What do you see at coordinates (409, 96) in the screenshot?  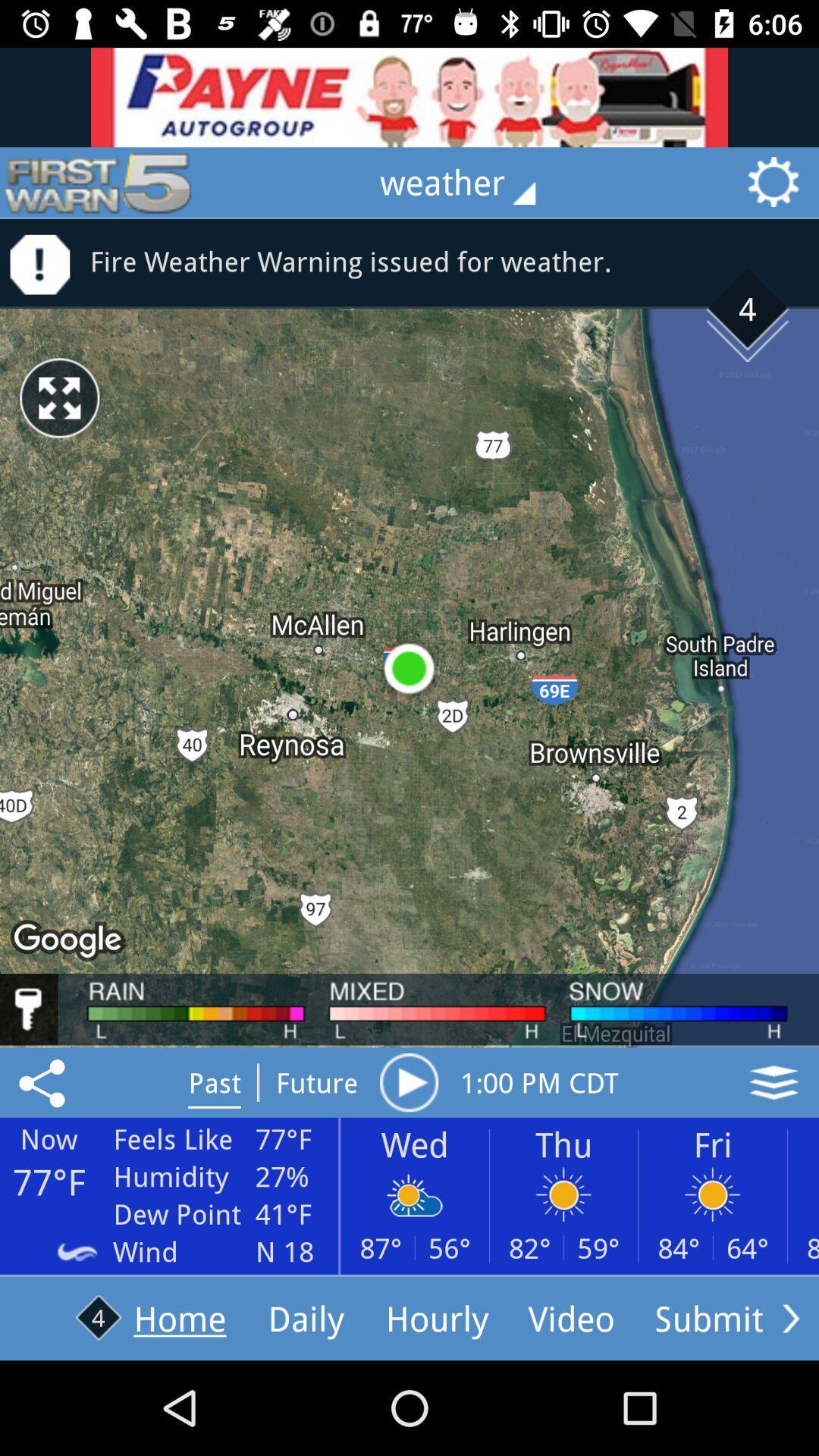 I see `the tourist group` at bounding box center [409, 96].